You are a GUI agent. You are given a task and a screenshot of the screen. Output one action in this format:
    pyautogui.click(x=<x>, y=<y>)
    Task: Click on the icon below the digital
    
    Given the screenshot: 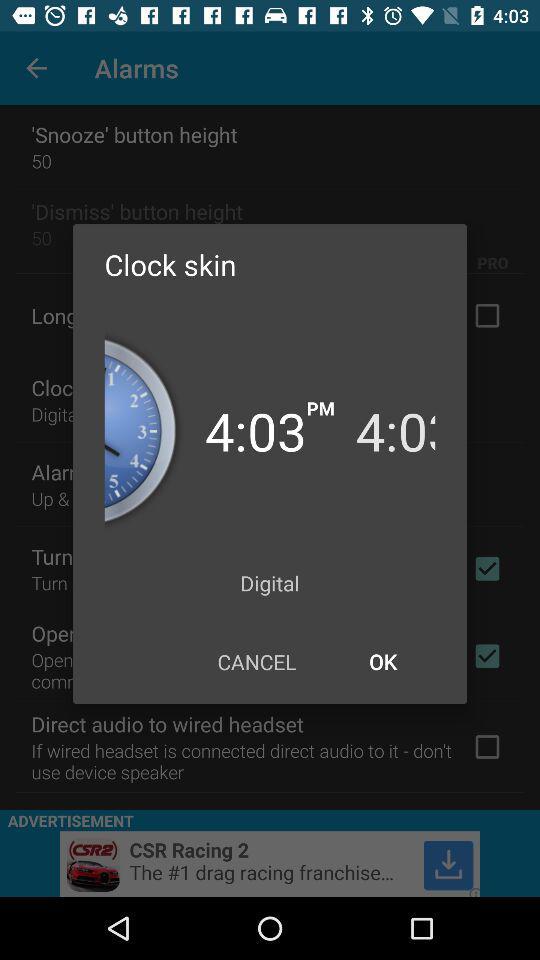 What is the action you would take?
    pyautogui.click(x=256, y=661)
    